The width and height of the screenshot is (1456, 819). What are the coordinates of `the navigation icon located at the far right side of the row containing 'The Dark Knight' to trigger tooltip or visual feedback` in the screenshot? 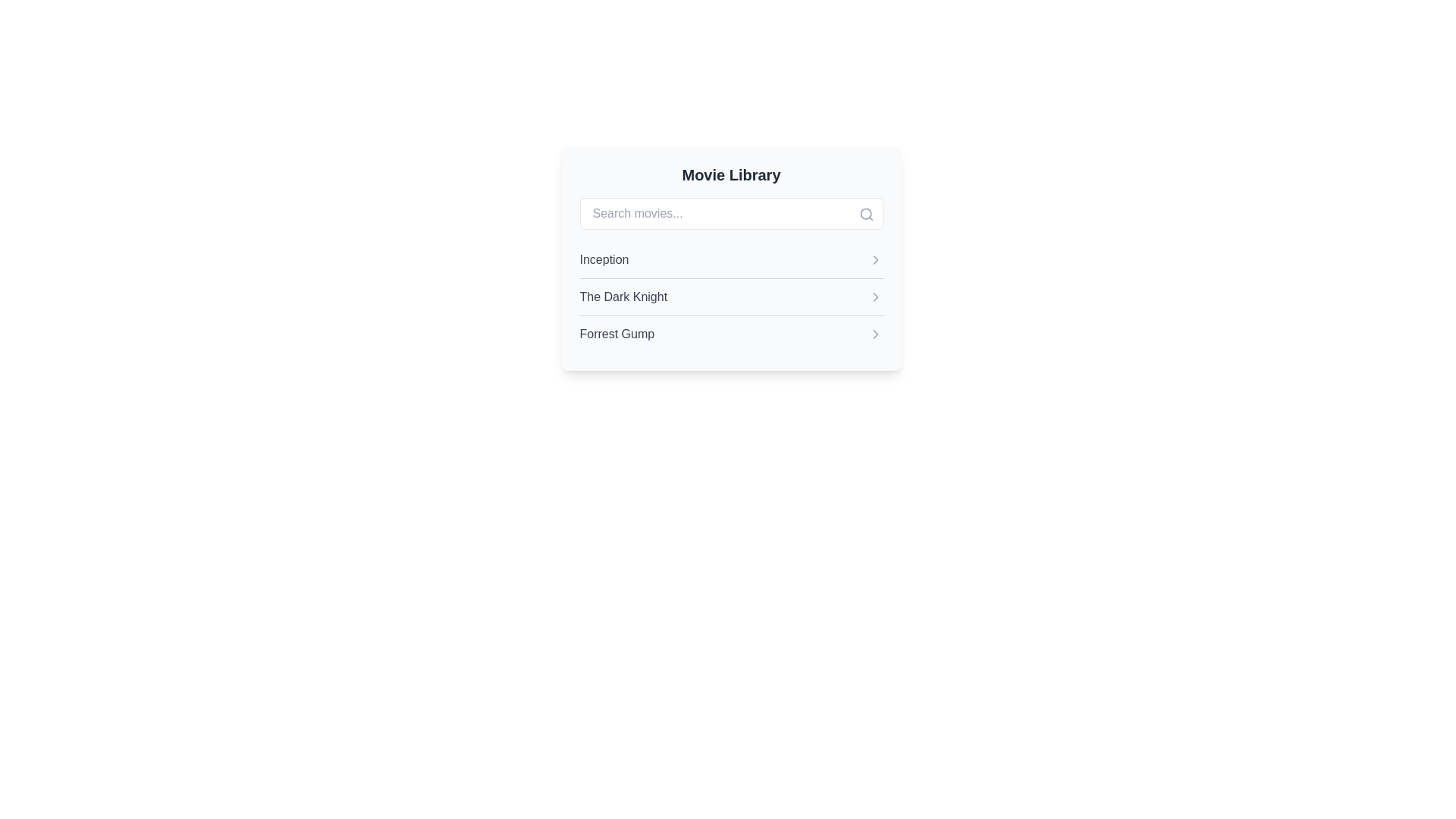 It's located at (875, 297).